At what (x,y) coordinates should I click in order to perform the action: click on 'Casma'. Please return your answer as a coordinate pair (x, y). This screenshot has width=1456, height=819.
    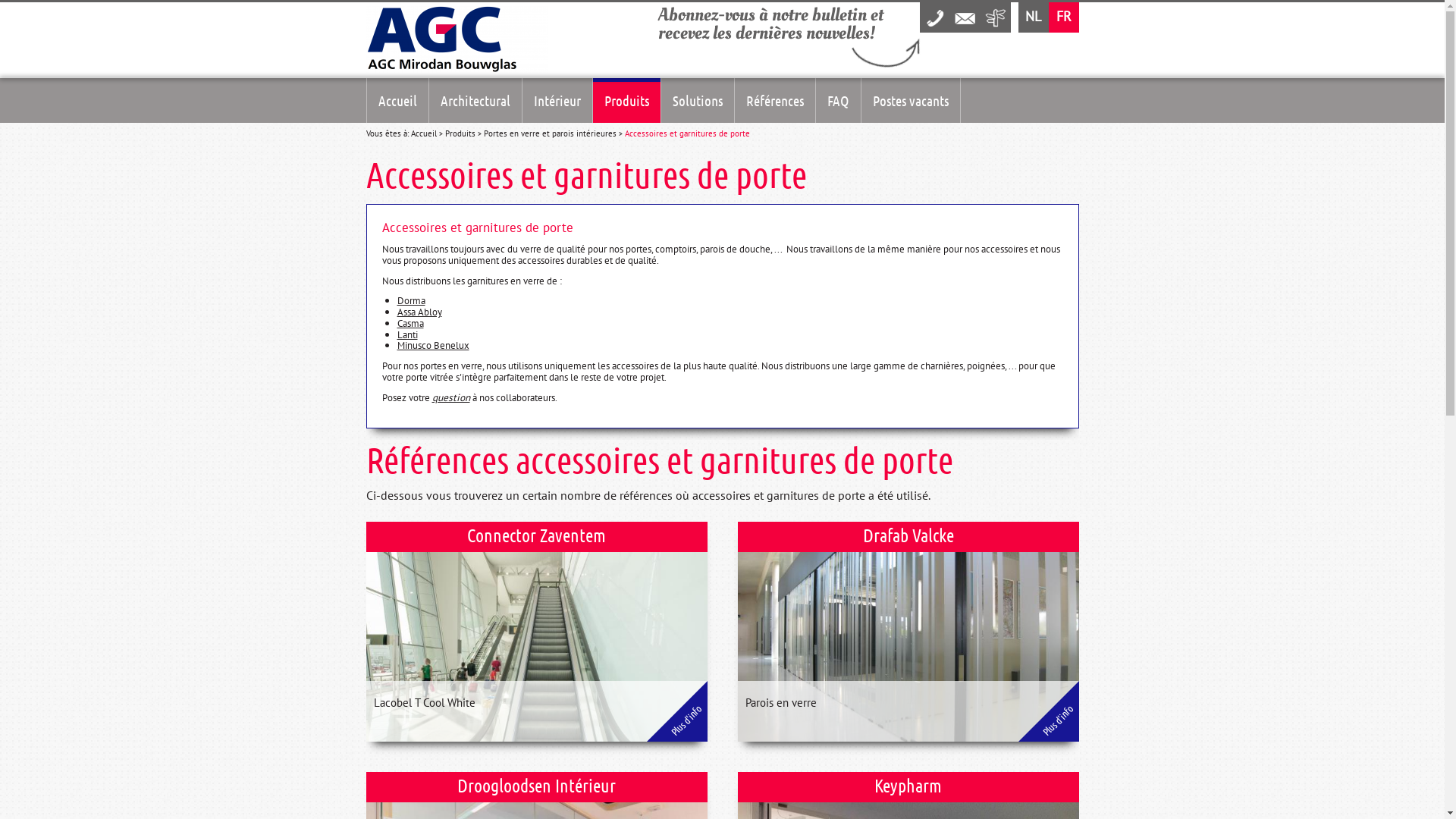
    Looking at the image, I should click on (397, 322).